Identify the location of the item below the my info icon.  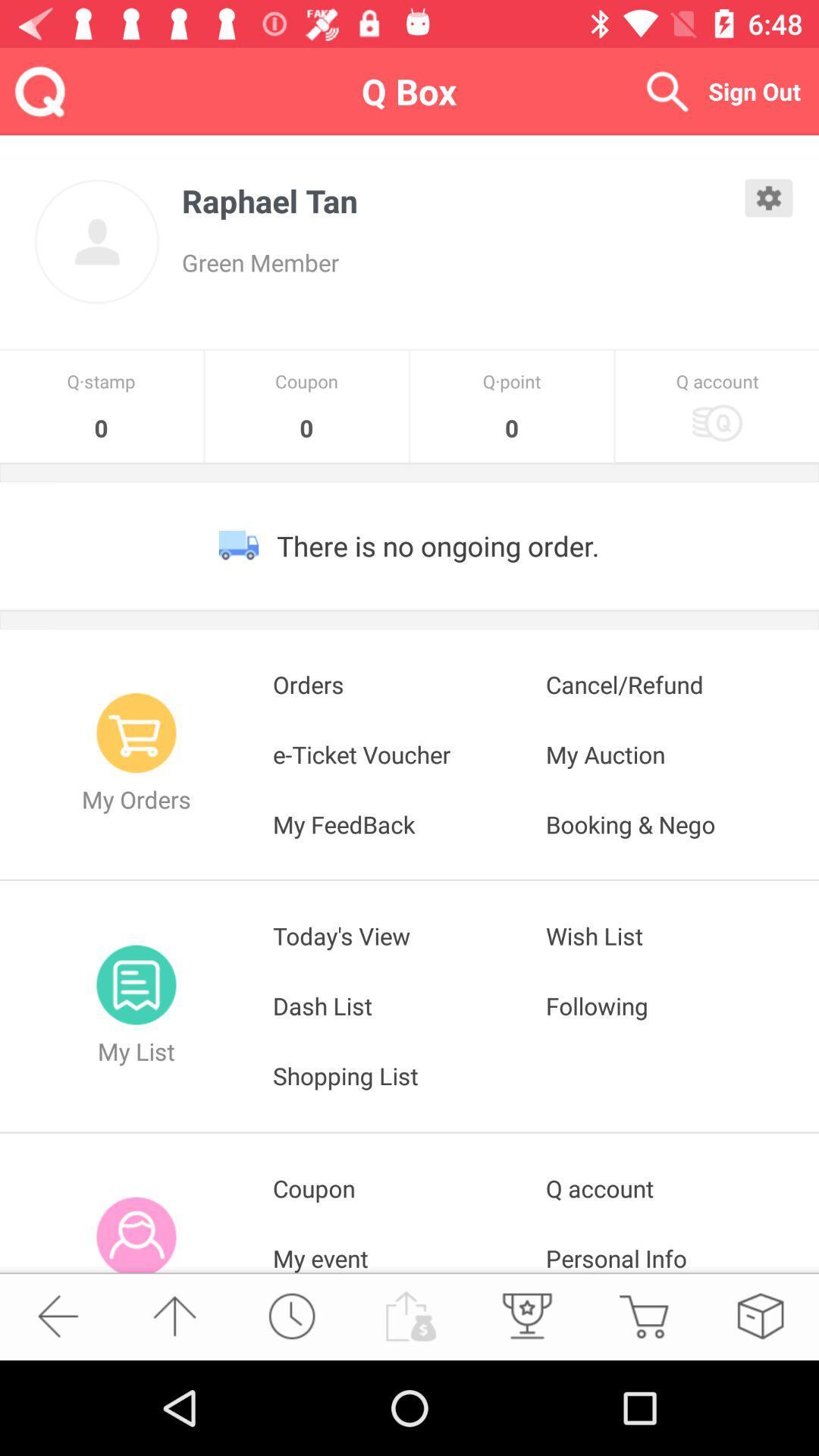
(174, 1315).